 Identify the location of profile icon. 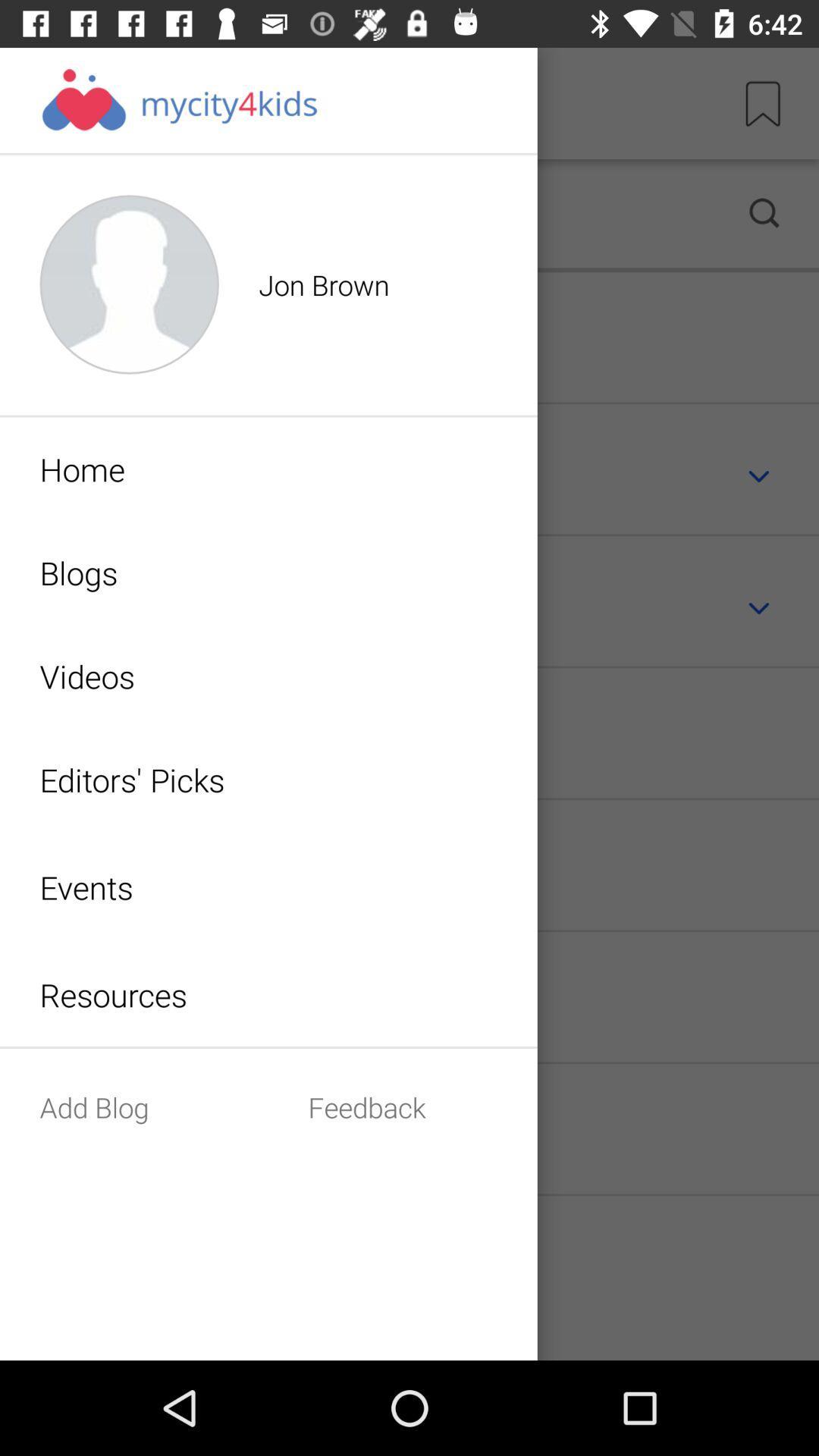
(362, 213).